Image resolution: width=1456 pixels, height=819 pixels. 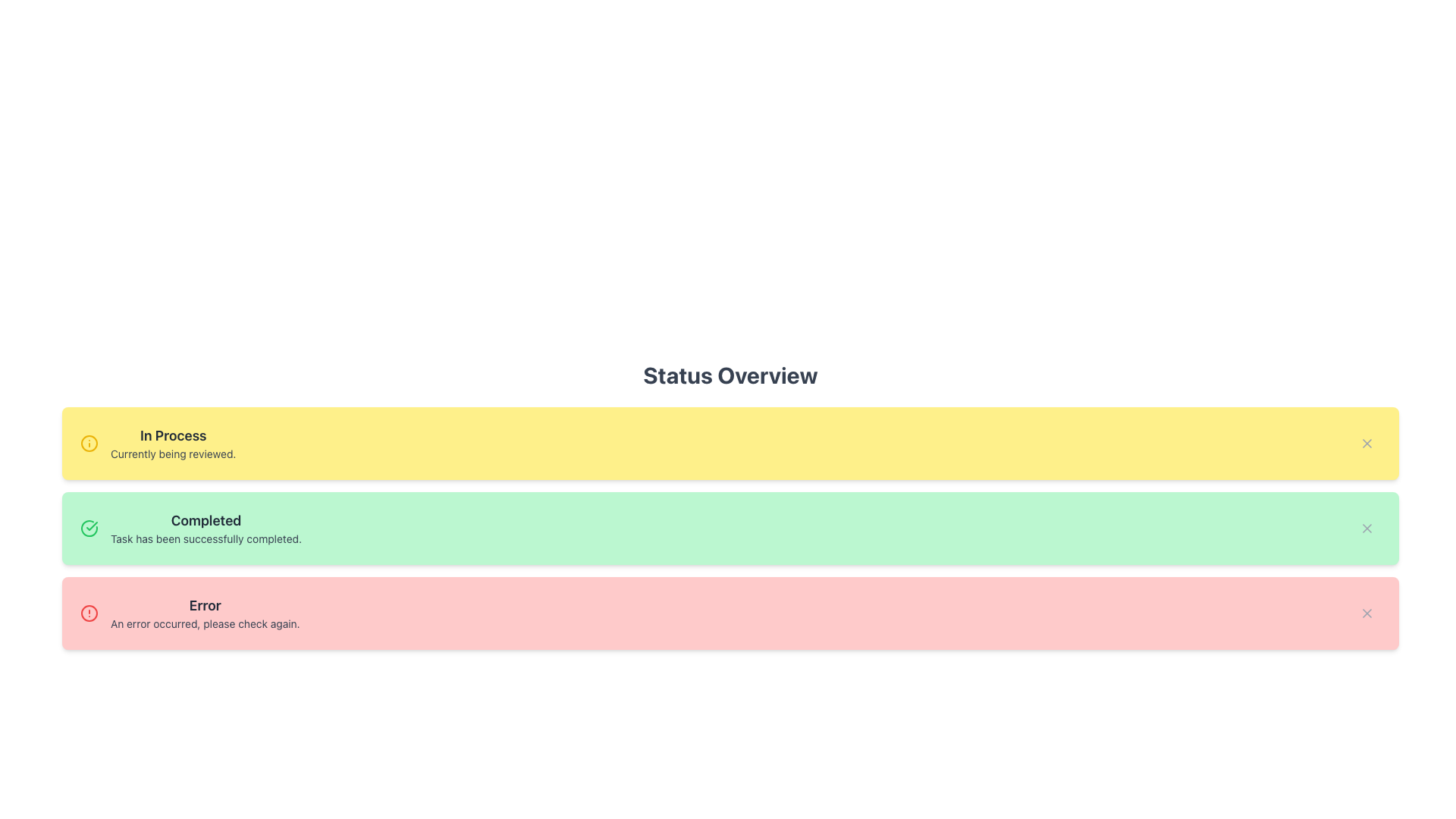 I want to click on the small rounded button with a gray 'X' icon located at the top-right corner of the yellow notification card labeled 'In Process' to change its color to darker gray, so click(x=1367, y=444).